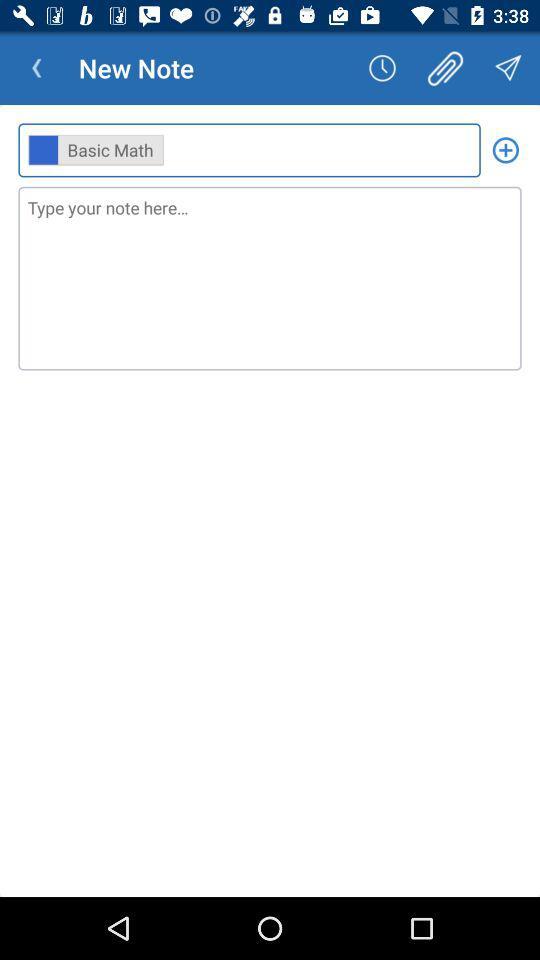  I want to click on the app next to new note, so click(382, 68).